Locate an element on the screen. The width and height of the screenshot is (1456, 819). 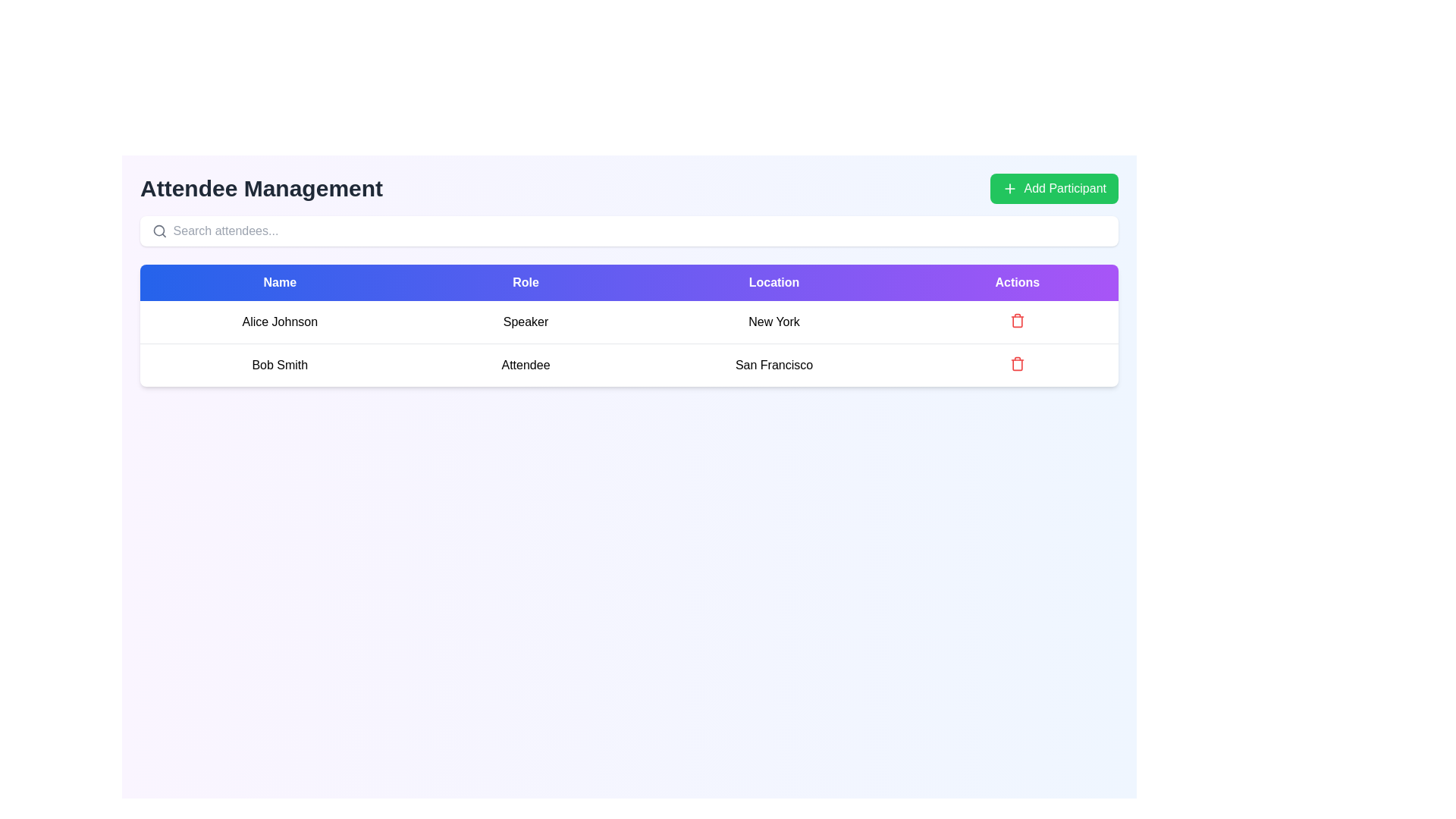
the static text field displaying the name 'Alice Johnson', which is located in the first row of the table under the 'Name' column is located at coordinates (280, 322).